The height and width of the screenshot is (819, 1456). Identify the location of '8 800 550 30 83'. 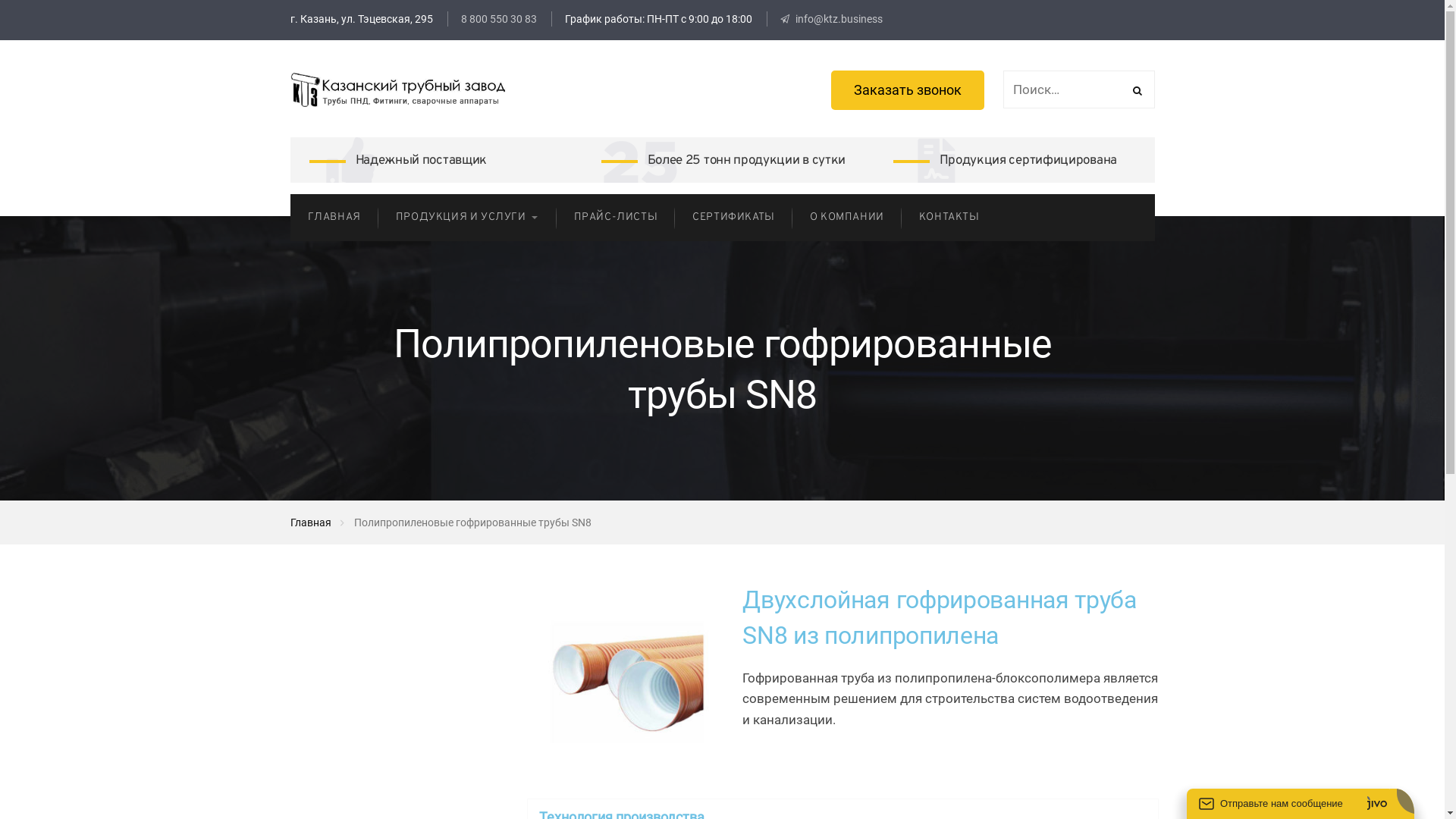
(447, 18).